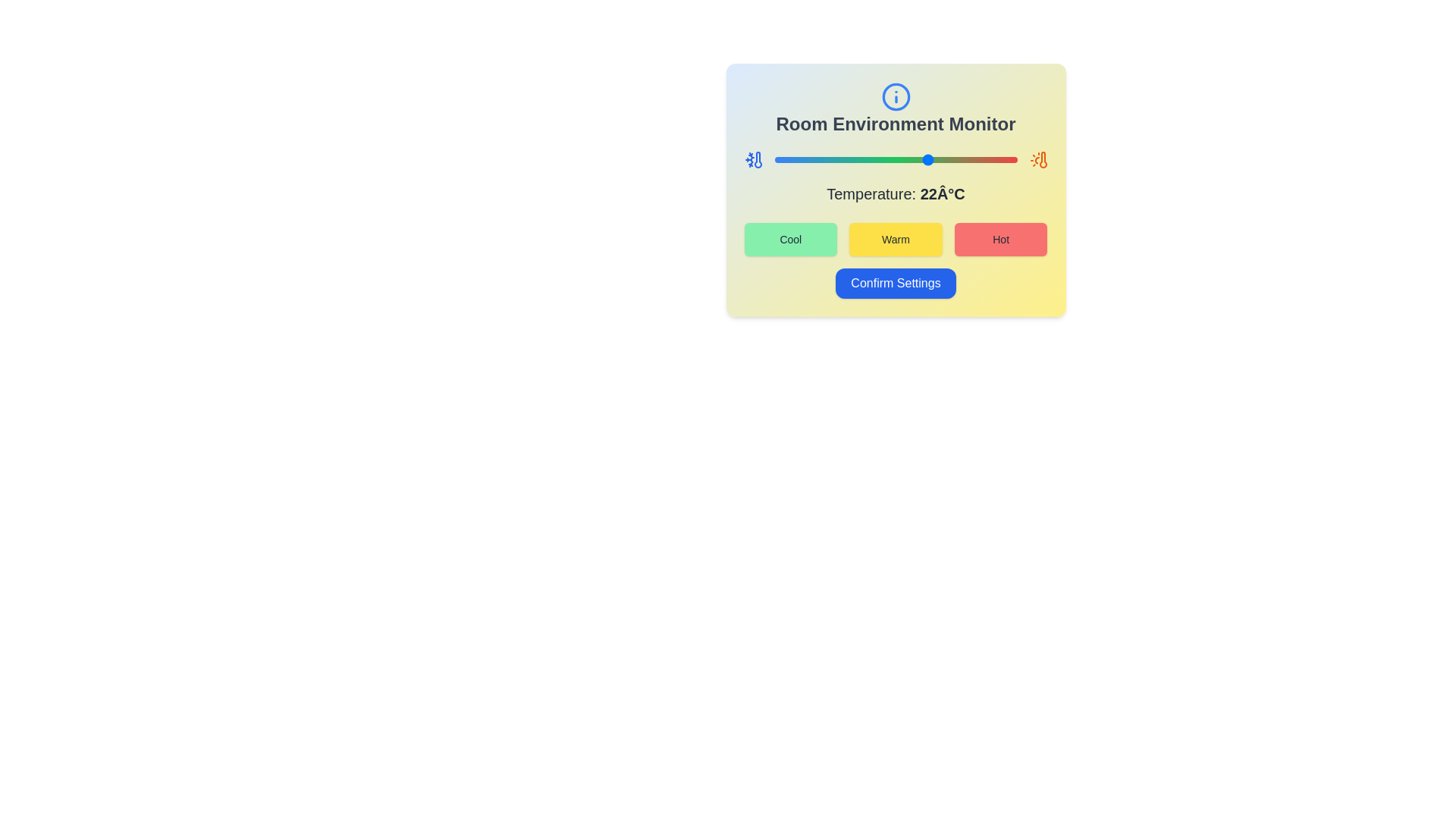  What do you see at coordinates (896, 96) in the screenshot?
I see `the informational icon to display additional details` at bounding box center [896, 96].